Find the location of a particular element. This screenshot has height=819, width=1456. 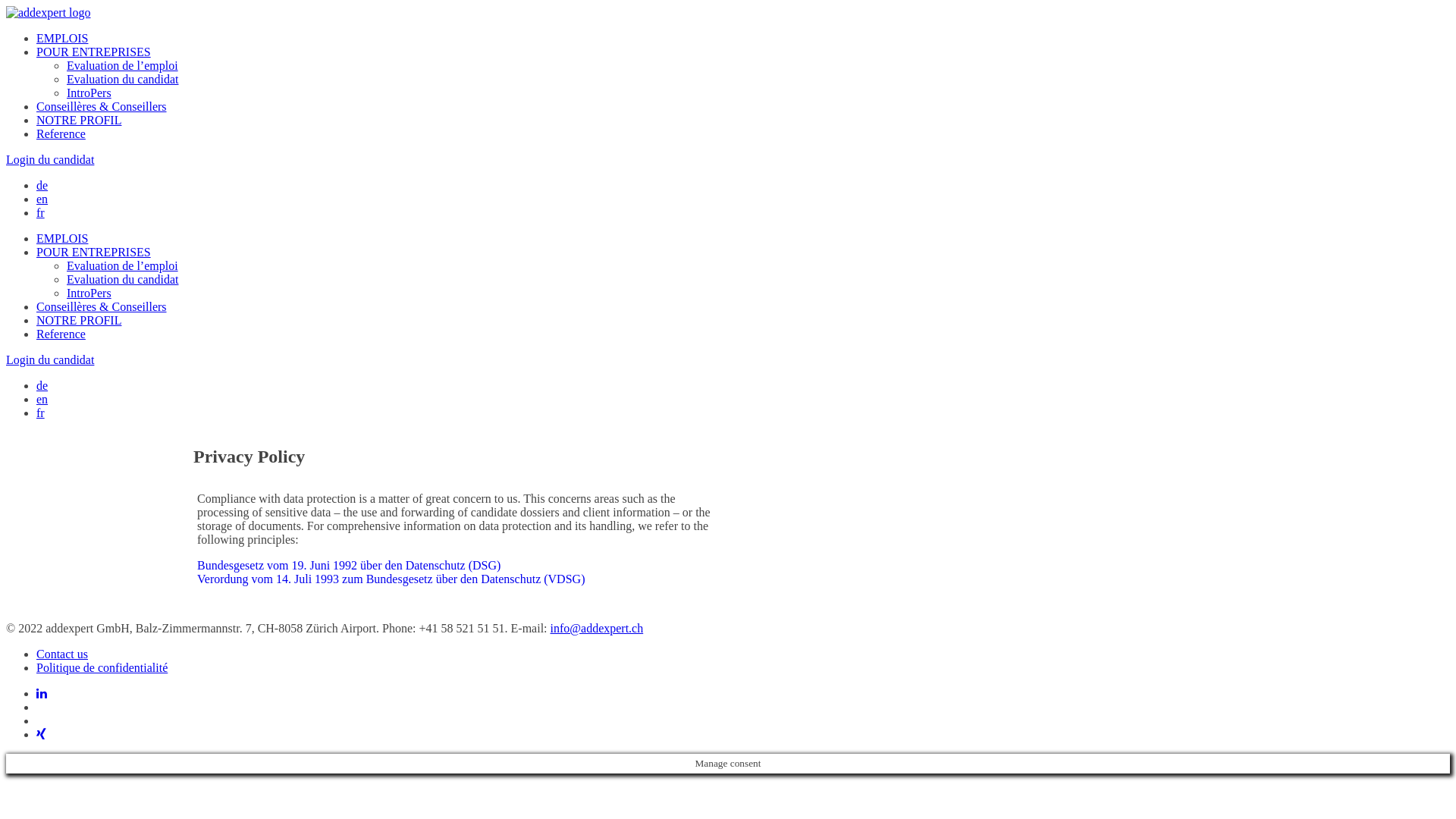

'EMPLOIS' is located at coordinates (61, 37).